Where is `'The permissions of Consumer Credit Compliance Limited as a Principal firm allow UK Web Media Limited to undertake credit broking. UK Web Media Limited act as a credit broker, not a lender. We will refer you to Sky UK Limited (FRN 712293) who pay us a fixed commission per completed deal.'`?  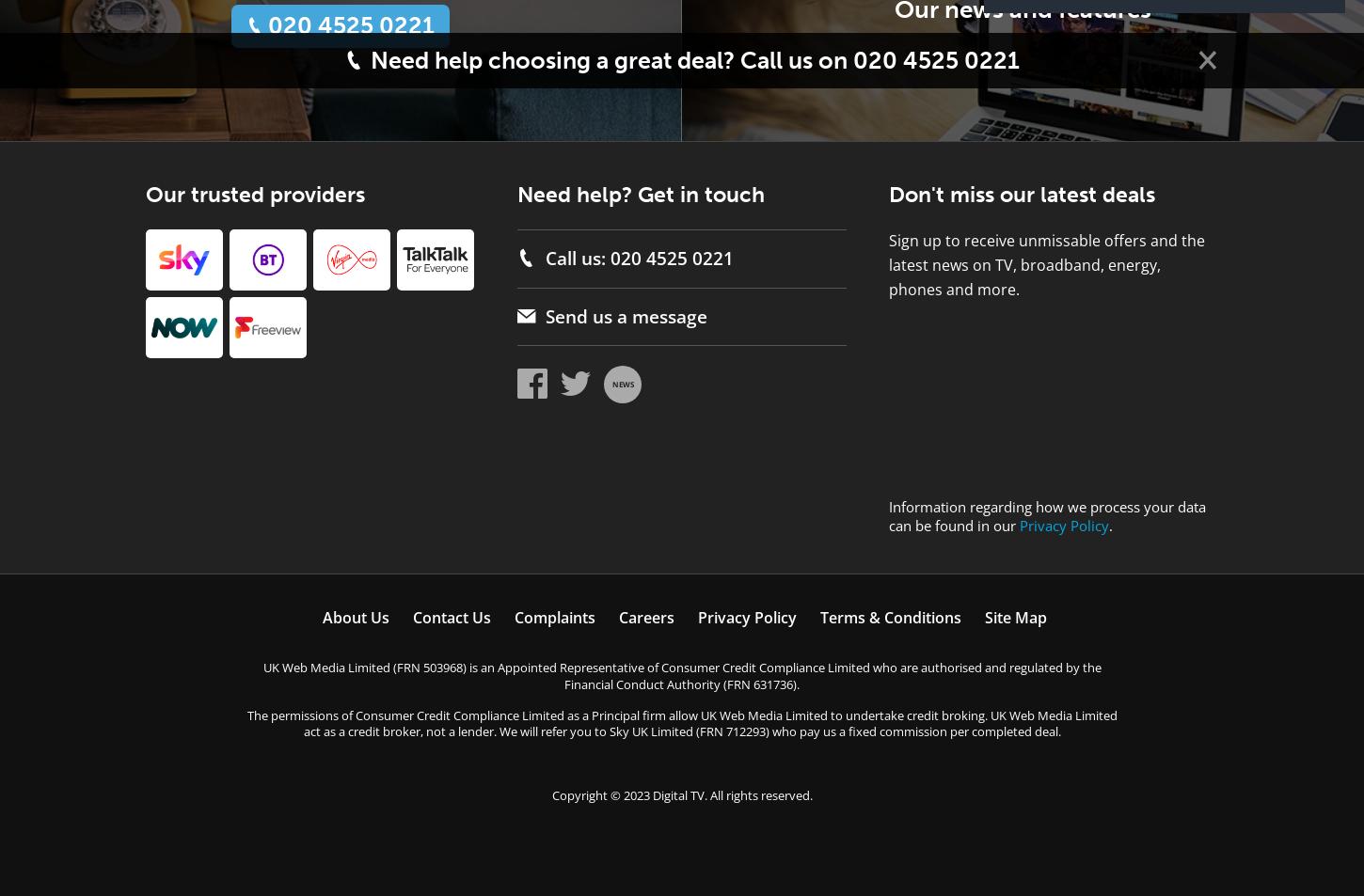
'The permissions of Consumer Credit Compliance Limited as a Principal firm allow UK Web Media Limited to undertake credit broking. UK Web Media Limited act as a credit broker, not a lender. We will refer you to Sky UK Limited (FRN 712293) who pay us a fixed commission per completed deal.' is located at coordinates (680, 723).